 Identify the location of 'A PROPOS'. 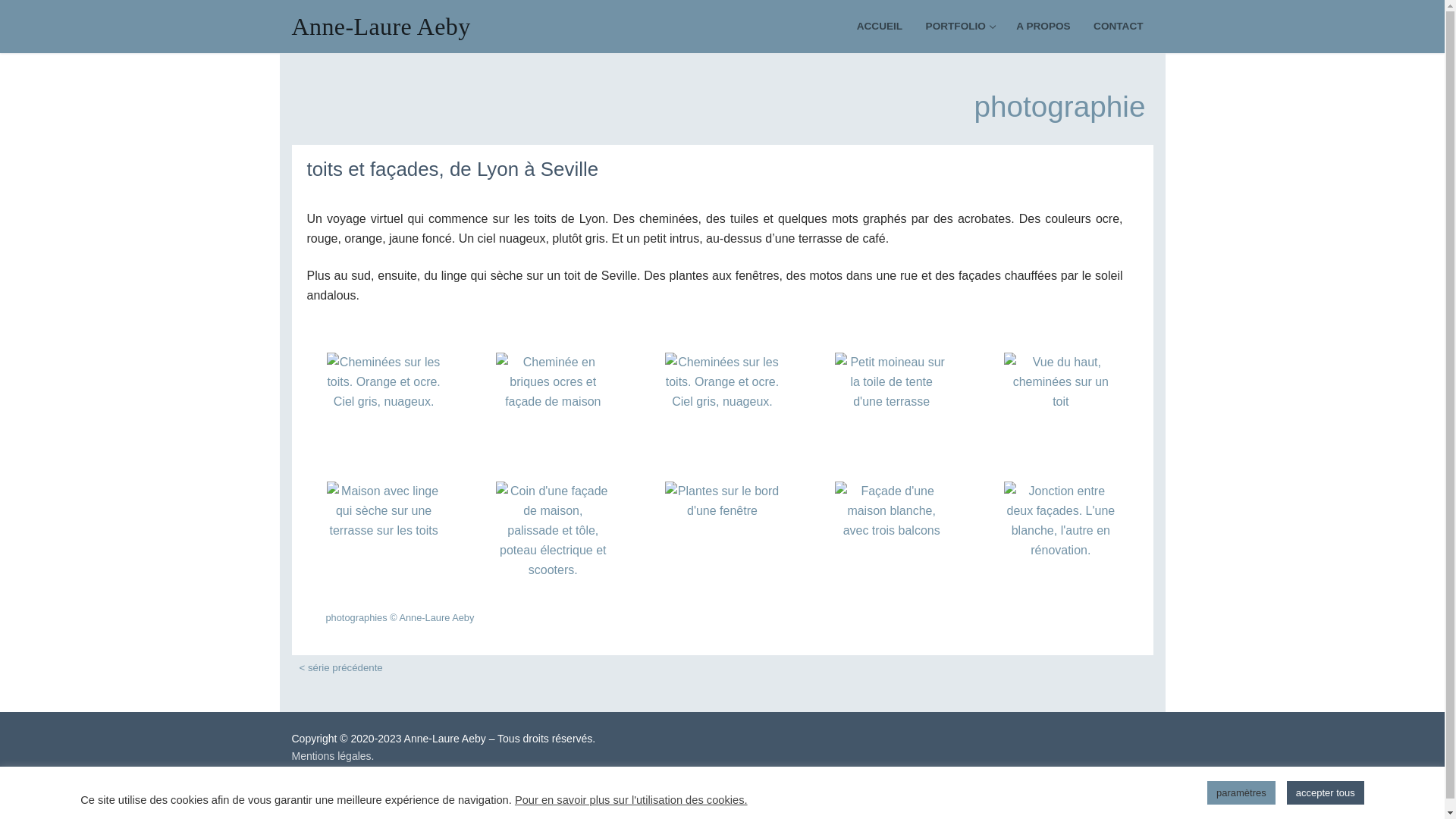
(1042, 26).